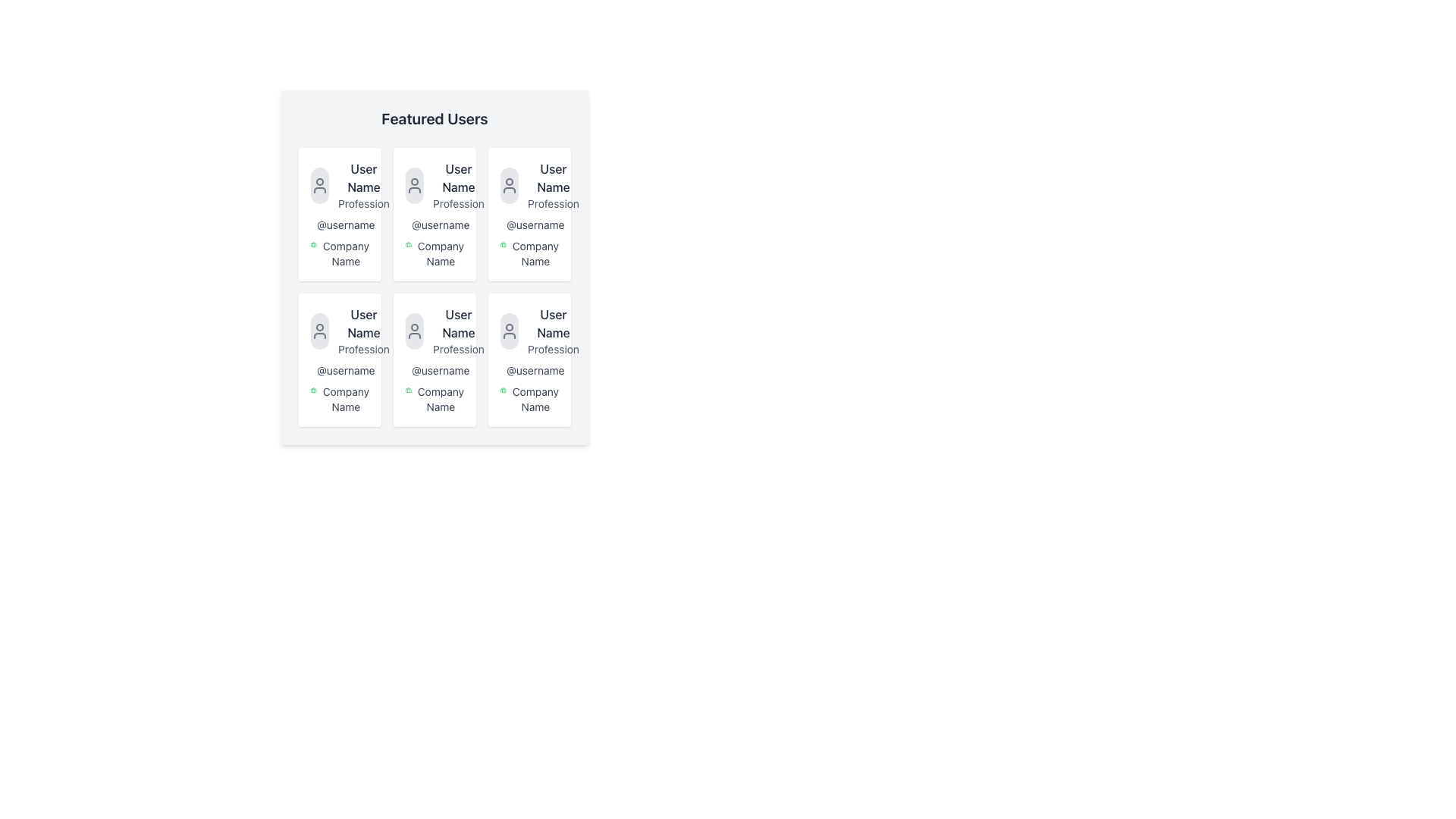 Image resolution: width=1456 pixels, height=819 pixels. Describe the element at coordinates (364, 330) in the screenshot. I see `the Text block that displays the identification and role description of a featured user, located in the first column and second row of the grid under the 'Featured Users' heading` at that location.